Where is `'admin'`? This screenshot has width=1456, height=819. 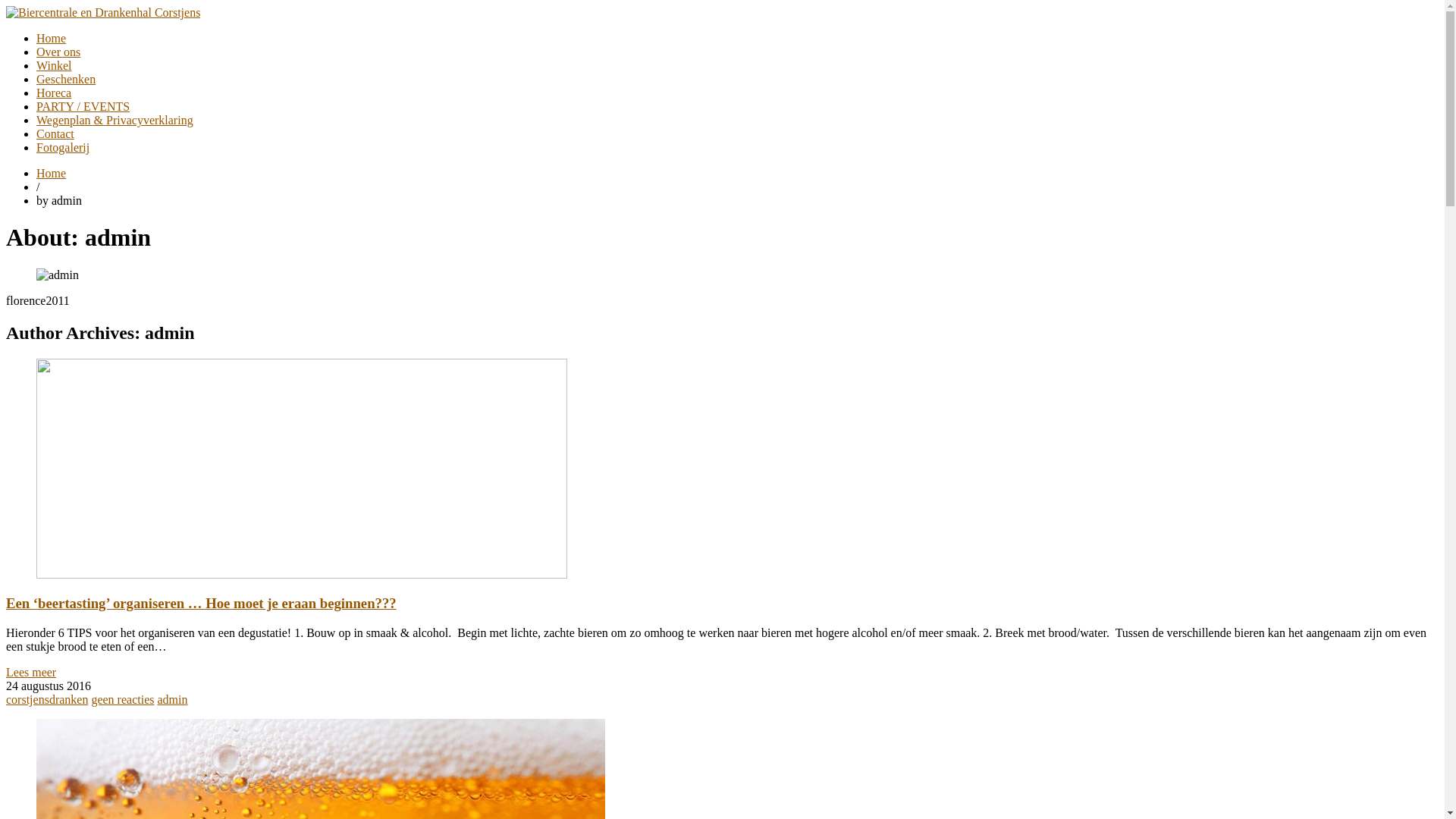 'admin' is located at coordinates (171, 699).